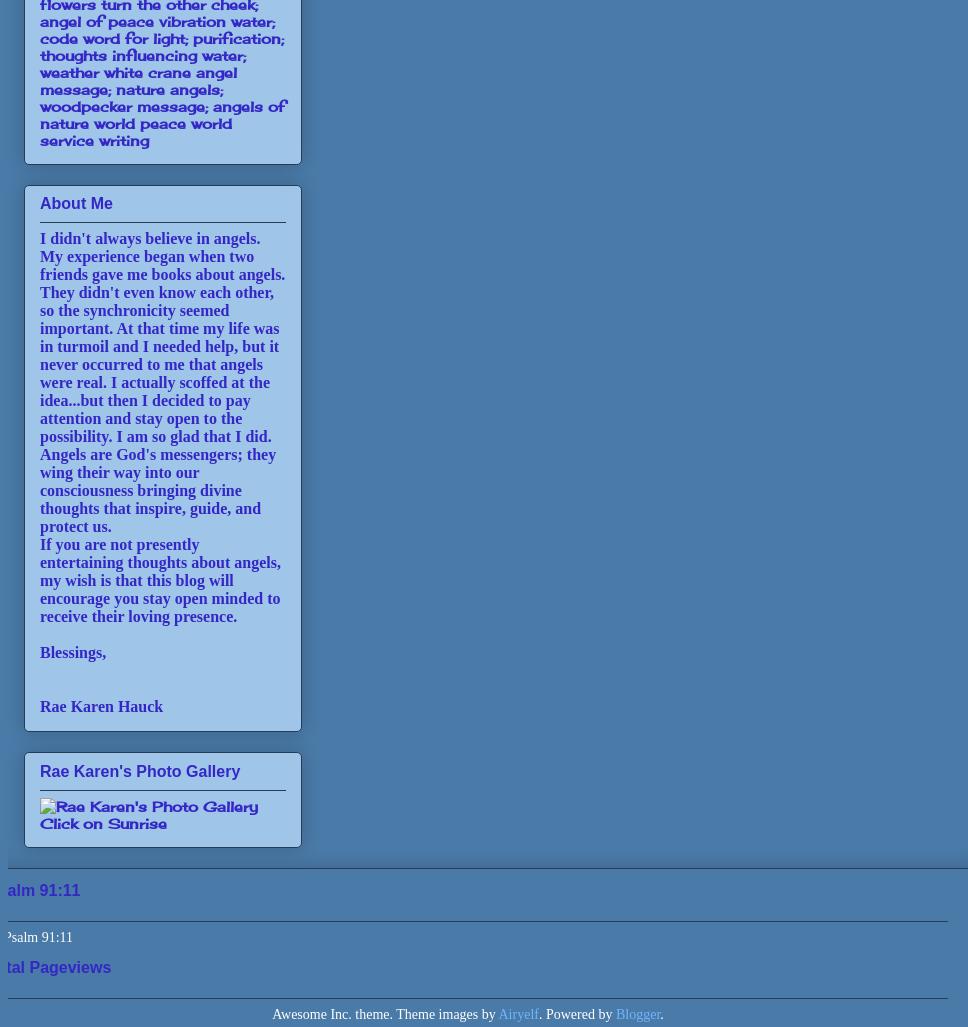 The height and width of the screenshot is (1027, 968). I want to click on 'About Me', so click(74, 202).